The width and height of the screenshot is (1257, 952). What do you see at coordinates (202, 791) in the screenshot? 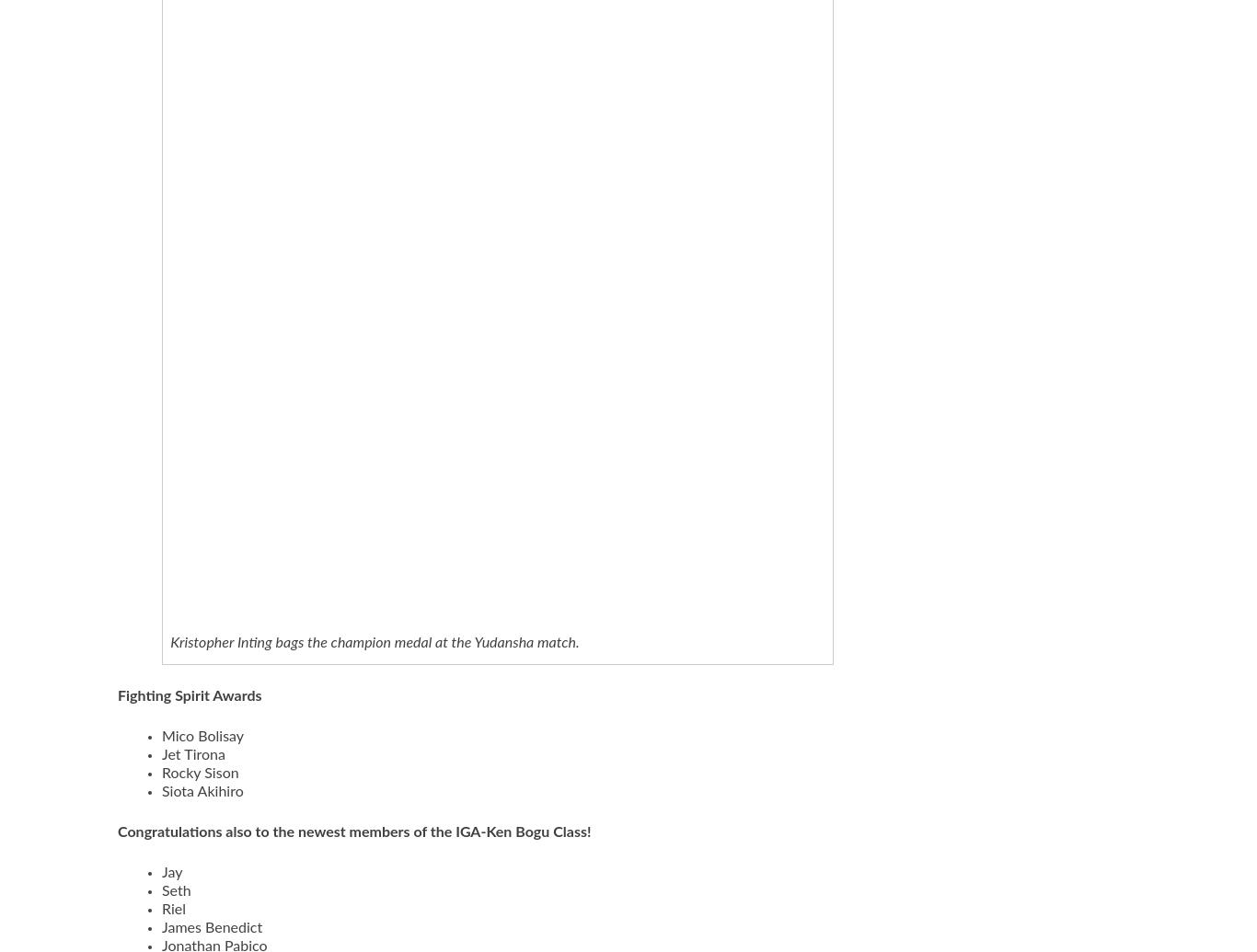
I see `'Siota Akihiro'` at bounding box center [202, 791].